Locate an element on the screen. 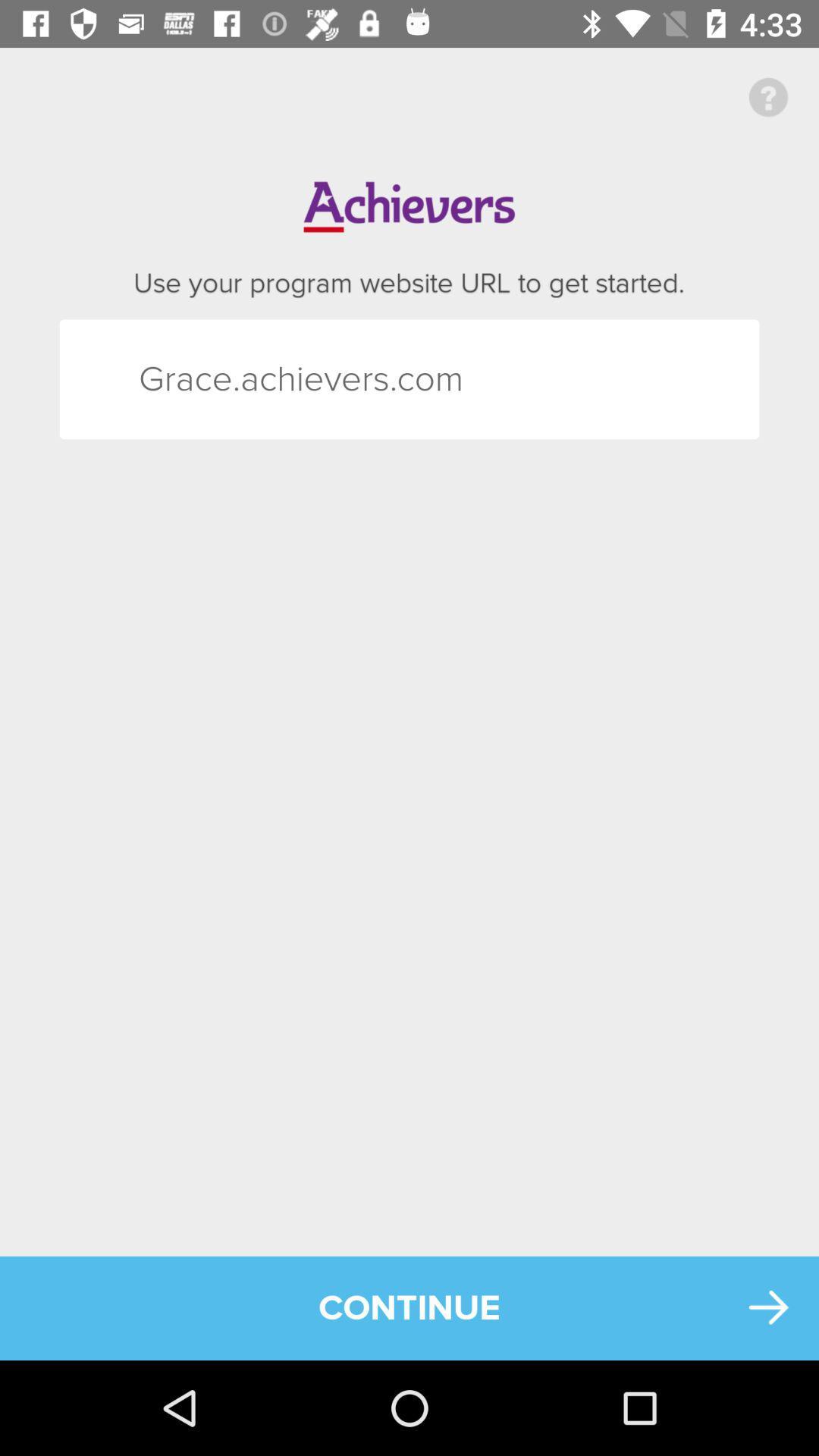 This screenshot has width=819, height=1456. the item below use your program is located at coordinates (166, 379).